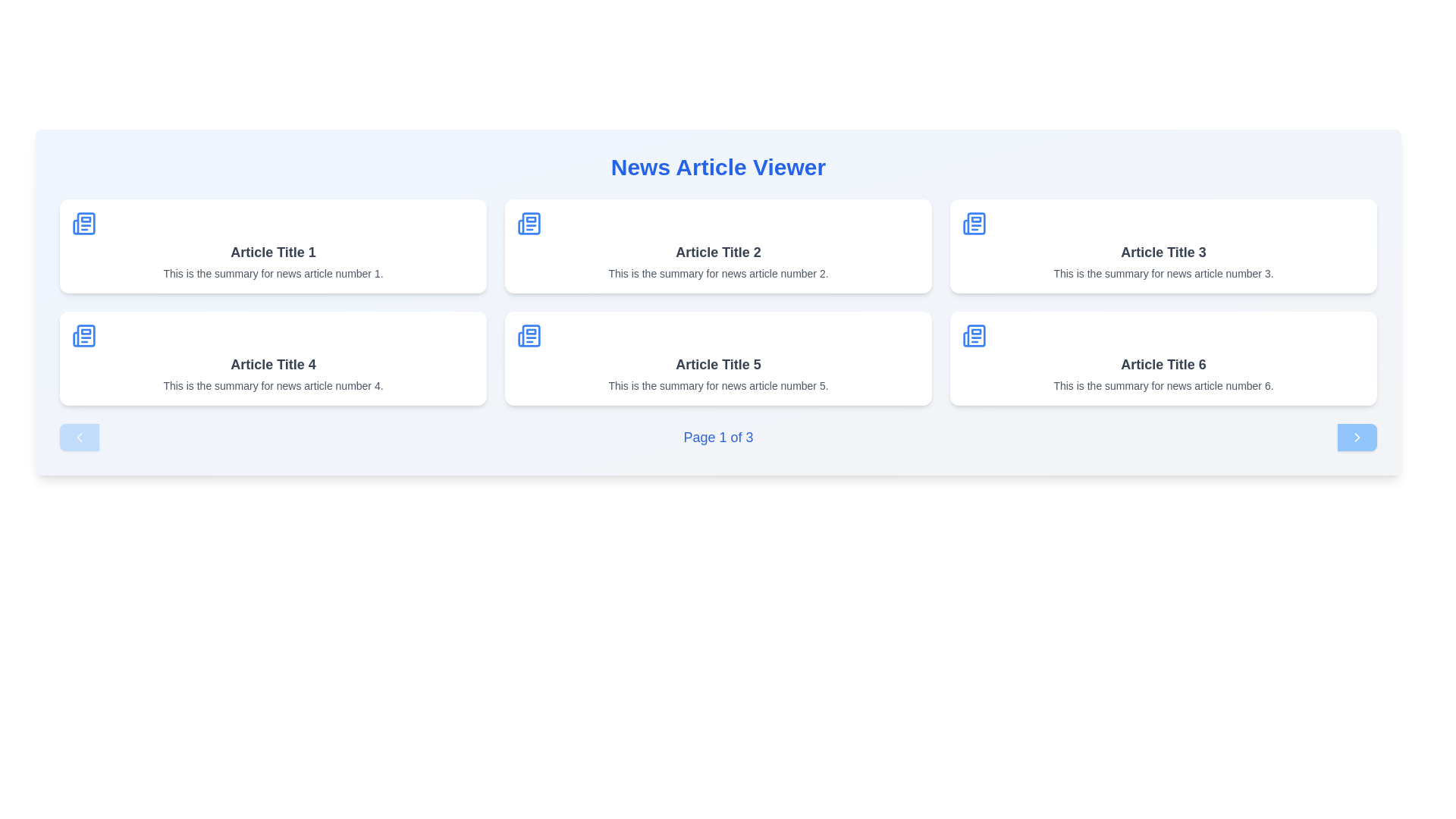 The image size is (1456, 819). I want to click on the blue newspaper icon located in the top-left corner of the card for 'Article Title 4', which is positioned in the second row, first column of the grid layout, so click(83, 335).